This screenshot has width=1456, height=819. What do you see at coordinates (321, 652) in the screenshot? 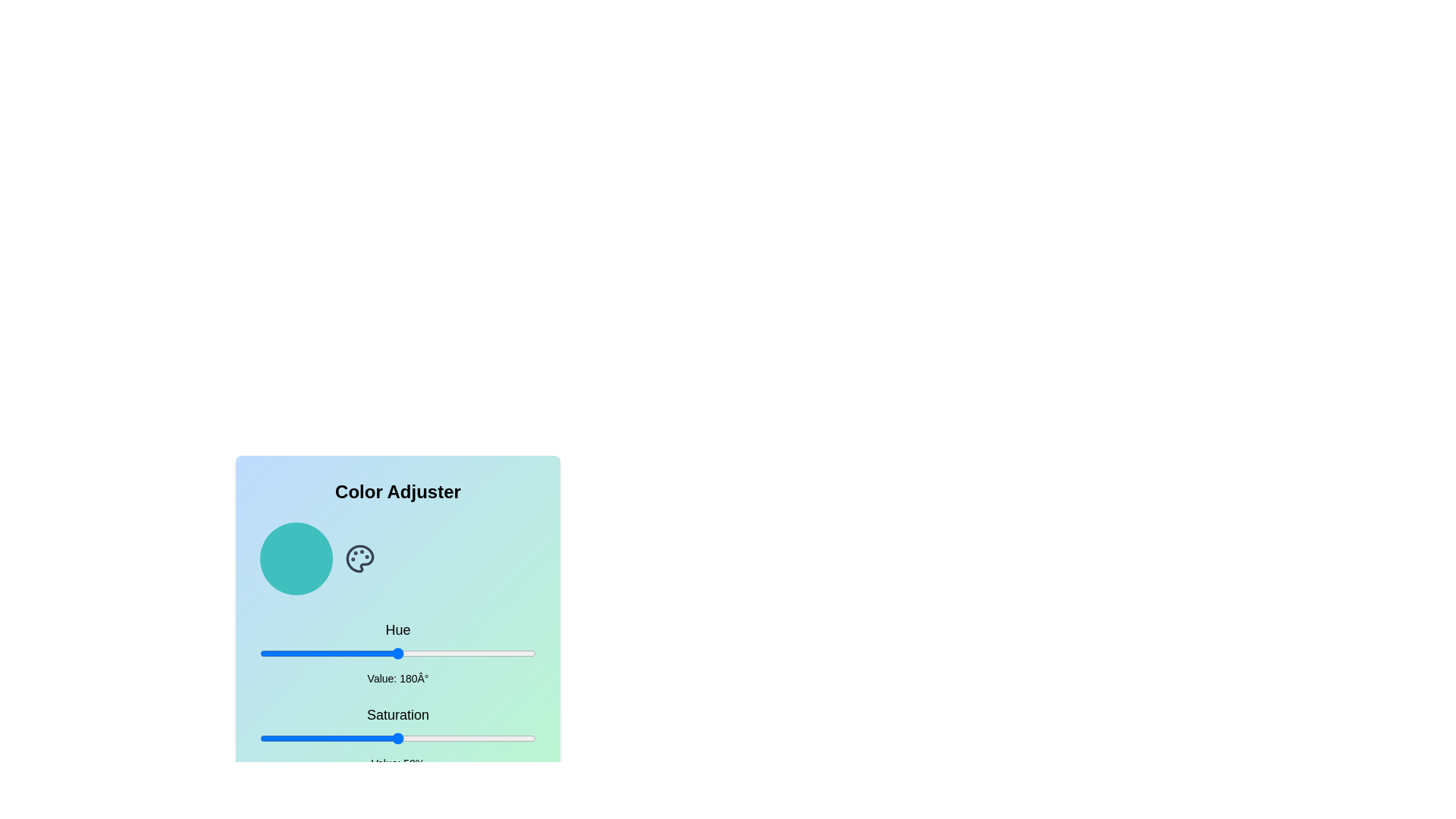
I see `the hue to 81 by adjusting the slider` at bounding box center [321, 652].